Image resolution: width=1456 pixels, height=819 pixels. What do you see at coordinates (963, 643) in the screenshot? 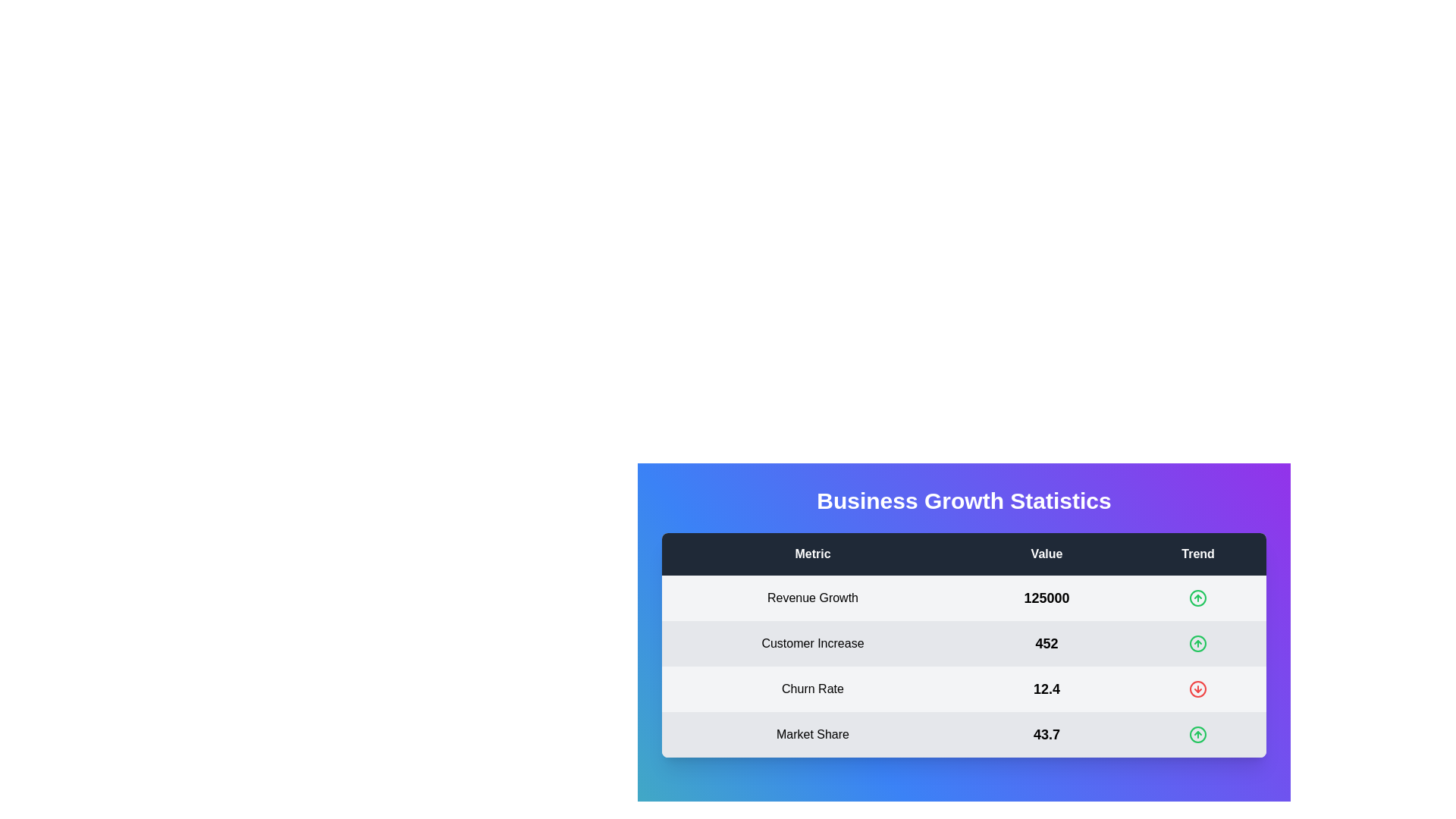
I see `the row corresponding to Customer Increase` at bounding box center [963, 643].